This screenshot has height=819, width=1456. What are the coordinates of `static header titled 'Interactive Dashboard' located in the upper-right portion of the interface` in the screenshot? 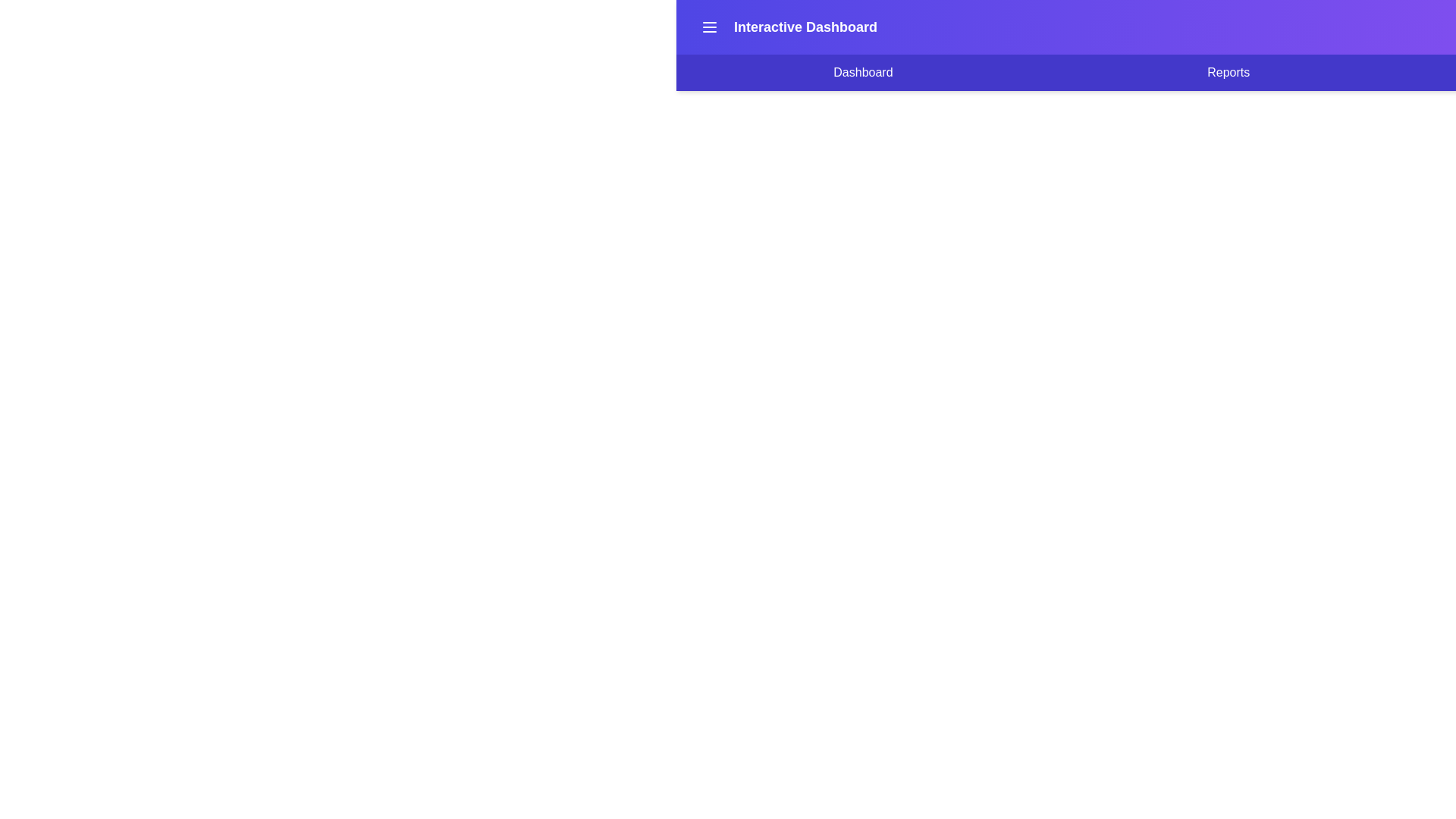 It's located at (805, 27).